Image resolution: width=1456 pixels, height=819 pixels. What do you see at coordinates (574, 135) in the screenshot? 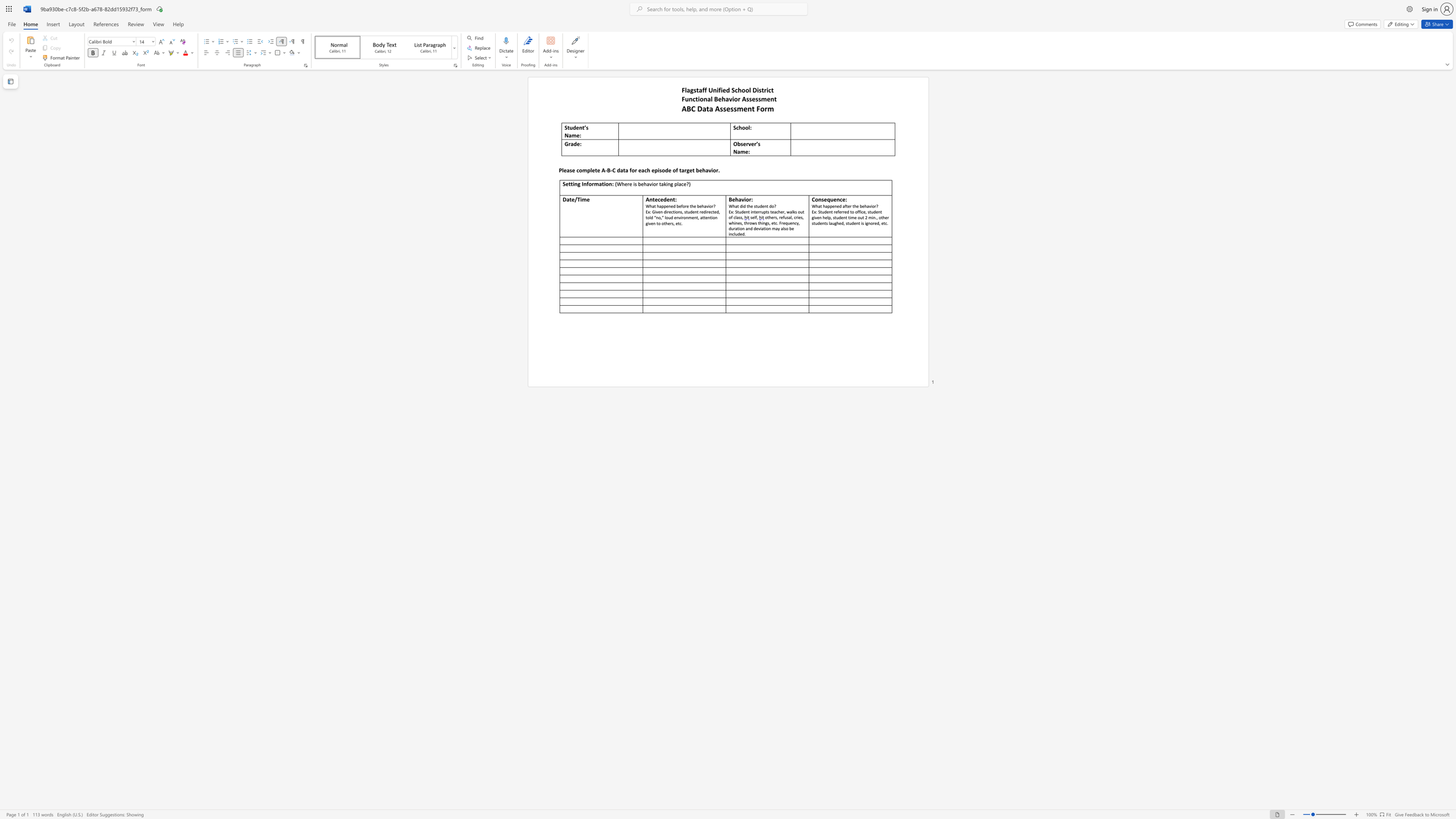
I see `the 1th character "m" in the text` at bounding box center [574, 135].